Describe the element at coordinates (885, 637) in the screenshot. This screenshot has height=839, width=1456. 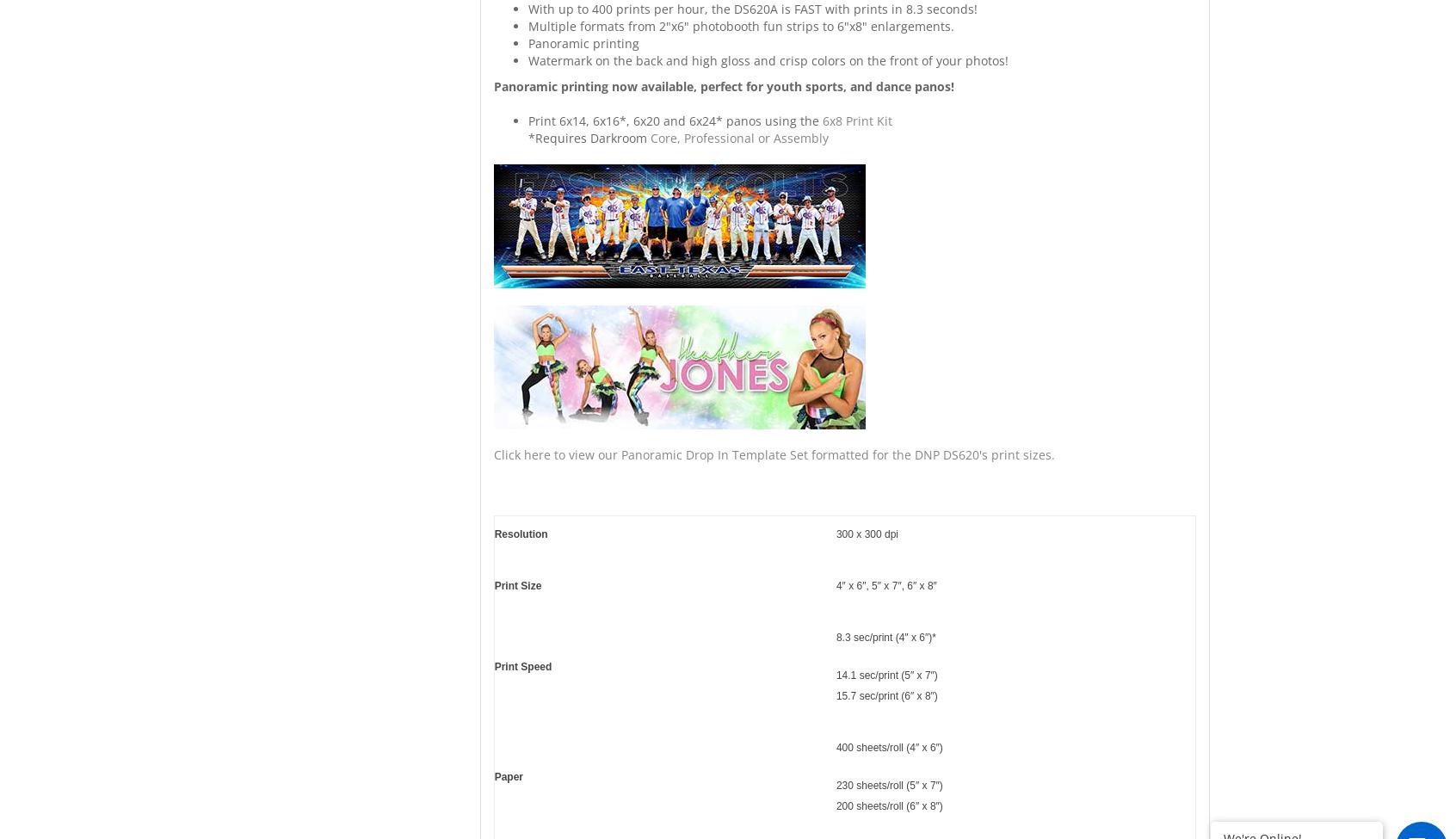
I see `'8.3 sec/print (4″ x 6″)*'` at that location.